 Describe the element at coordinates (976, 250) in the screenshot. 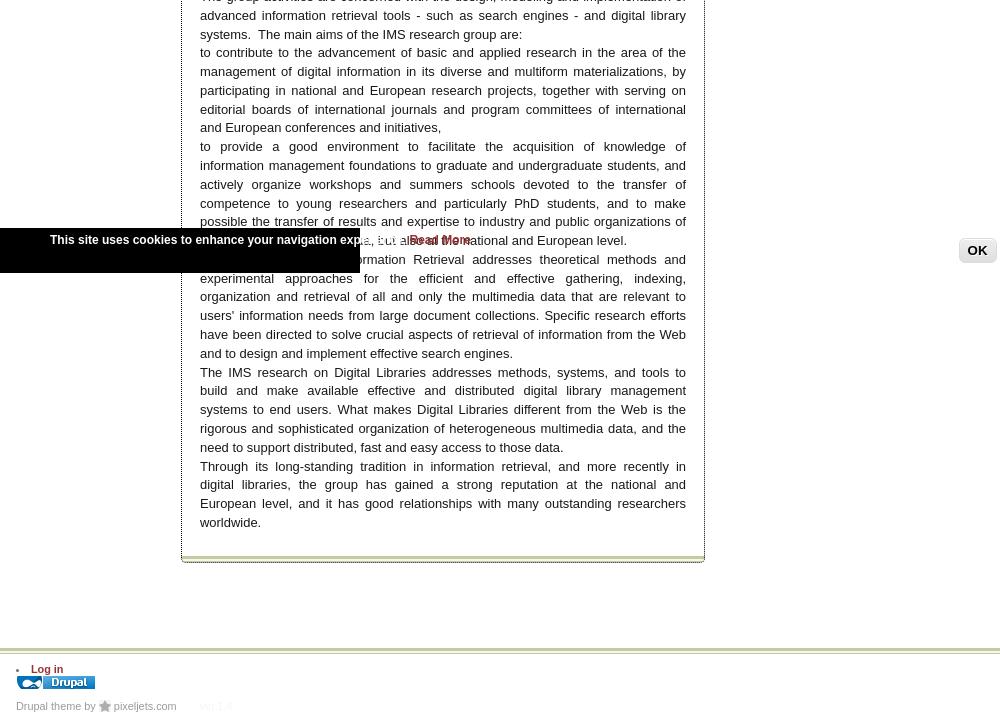

I see `'OK'` at that location.